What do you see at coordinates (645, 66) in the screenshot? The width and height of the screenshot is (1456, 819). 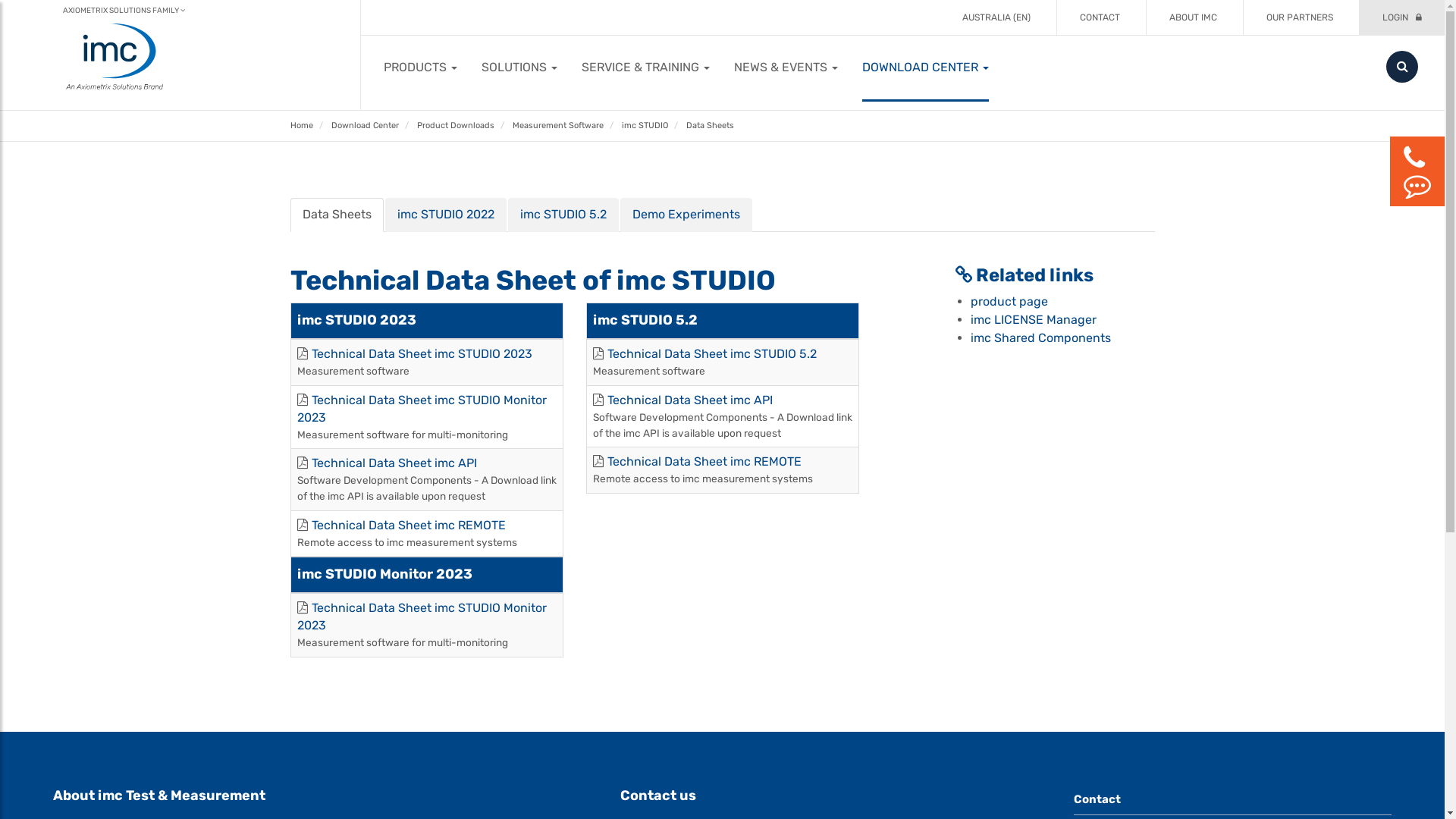 I see `'SERVICE & TRAINING'` at bounding box center [645, 66].